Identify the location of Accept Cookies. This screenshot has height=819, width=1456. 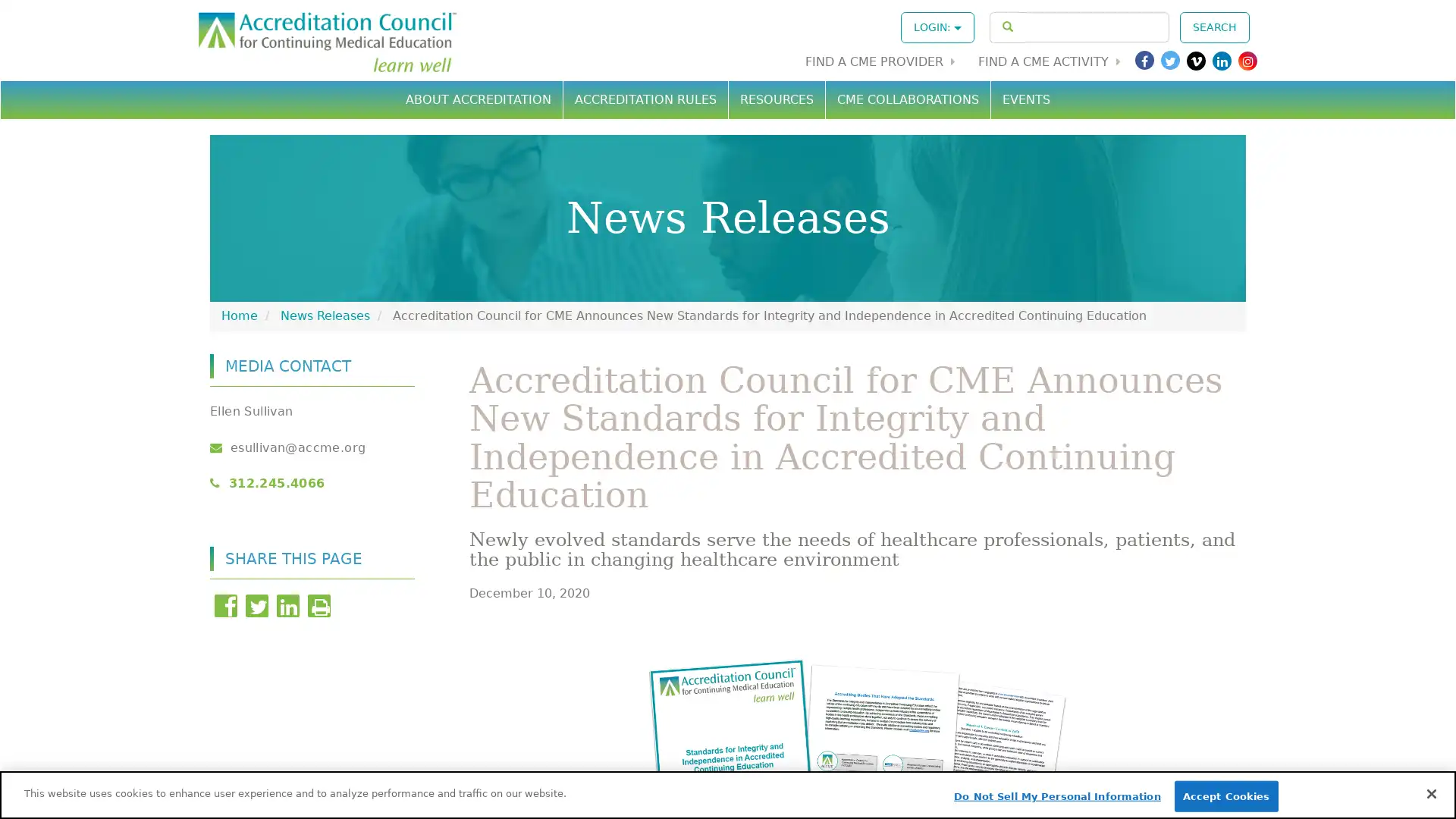
(1225, 795).